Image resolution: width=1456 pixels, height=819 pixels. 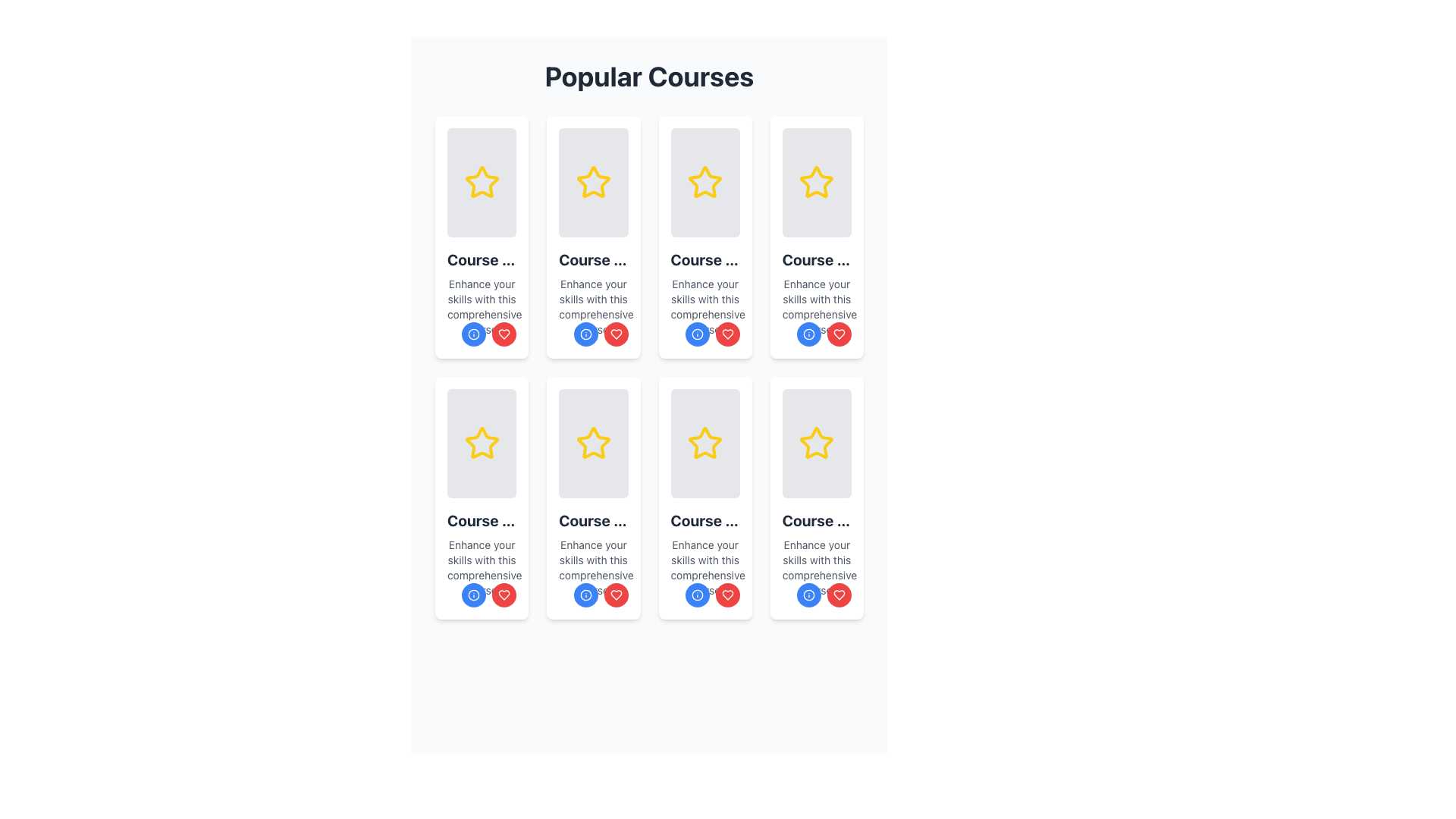 I want to click on the circular blue icon button with a white 'i' symbol, so click(x=696, y=333).